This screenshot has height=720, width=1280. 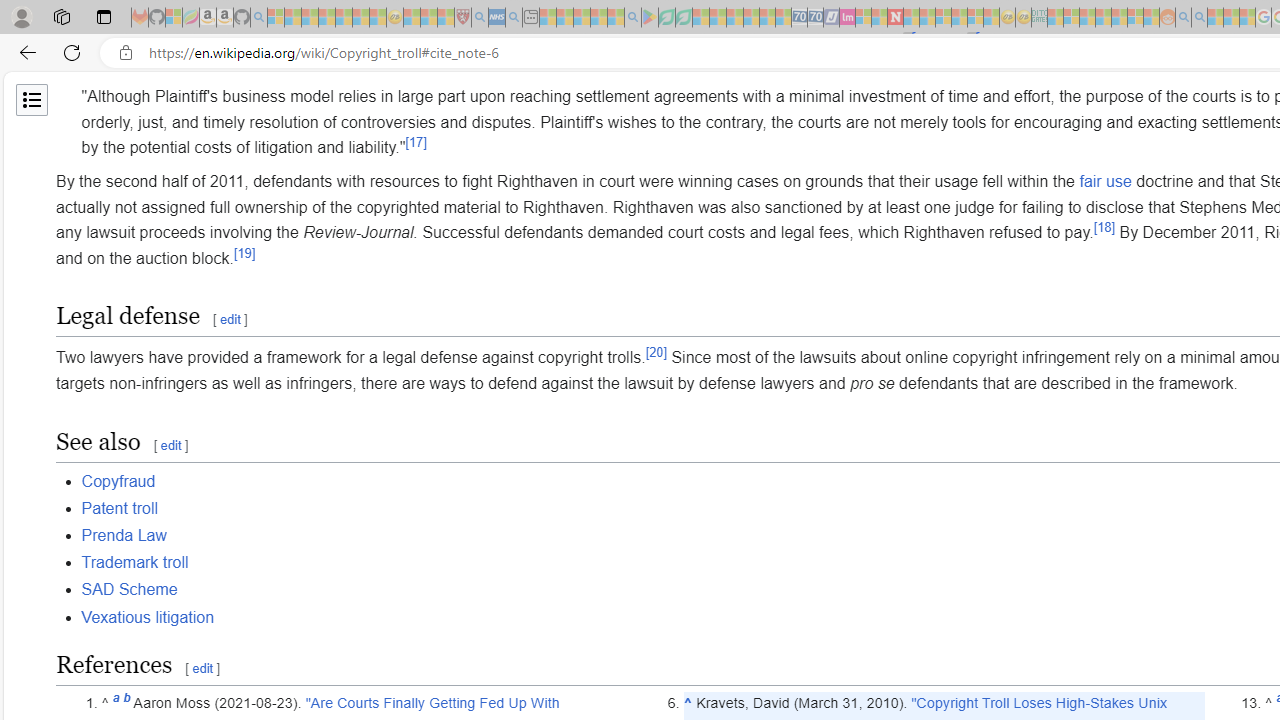 What do you see at coordinates (631, 17) in the screenshot?
I see `'google - Search - Sleeping'` at bounding box center [631, 17].